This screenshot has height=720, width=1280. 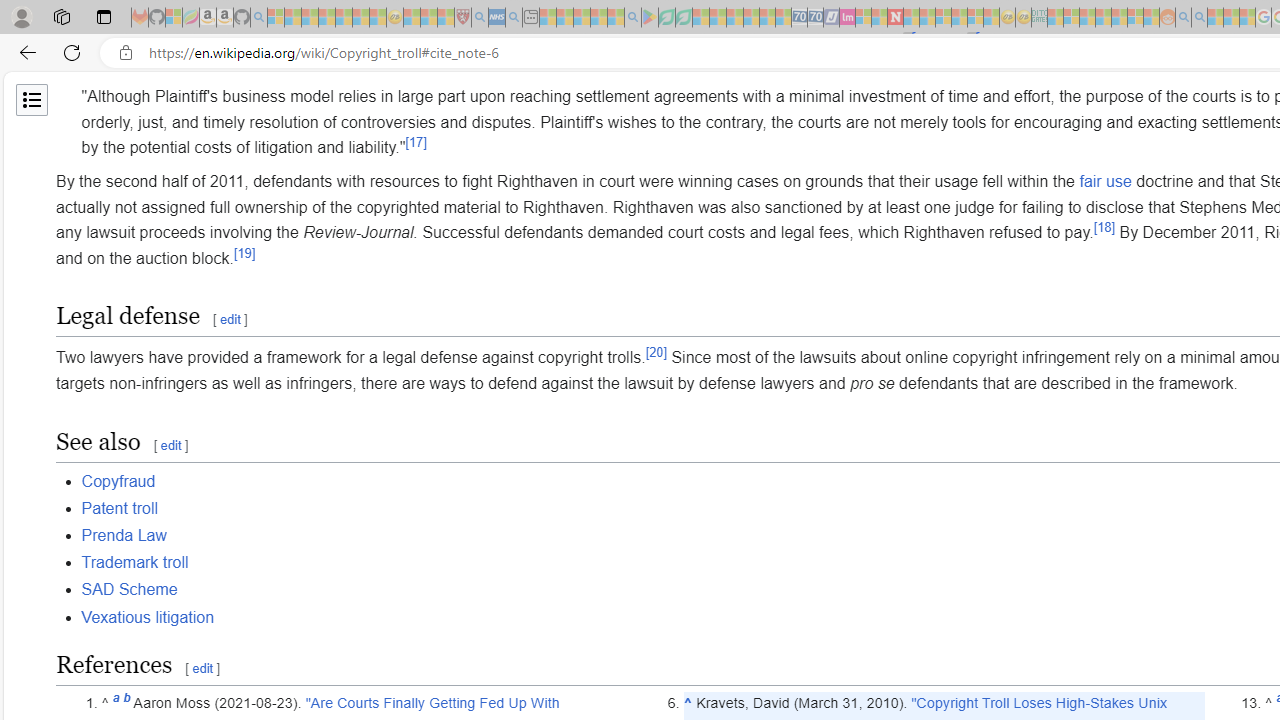 What do you see at coordinates (631, 17) in the screenshot?
I see `'google - Search - Sleeping'` at bounding box center [631, 17].